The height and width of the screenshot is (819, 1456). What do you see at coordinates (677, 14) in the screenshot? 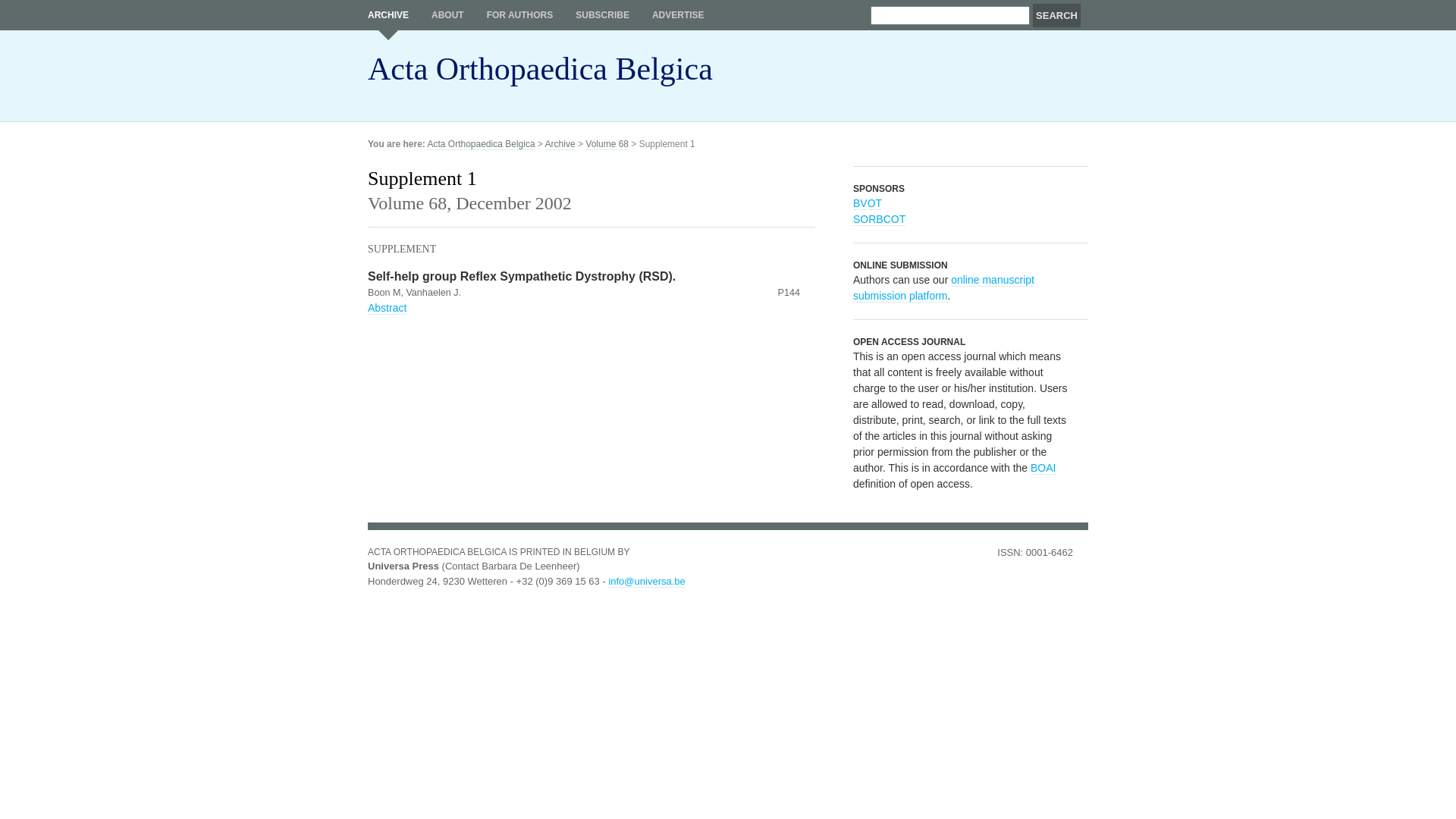
I see `'ADVERTISE'` at bounding box center [677, 14].